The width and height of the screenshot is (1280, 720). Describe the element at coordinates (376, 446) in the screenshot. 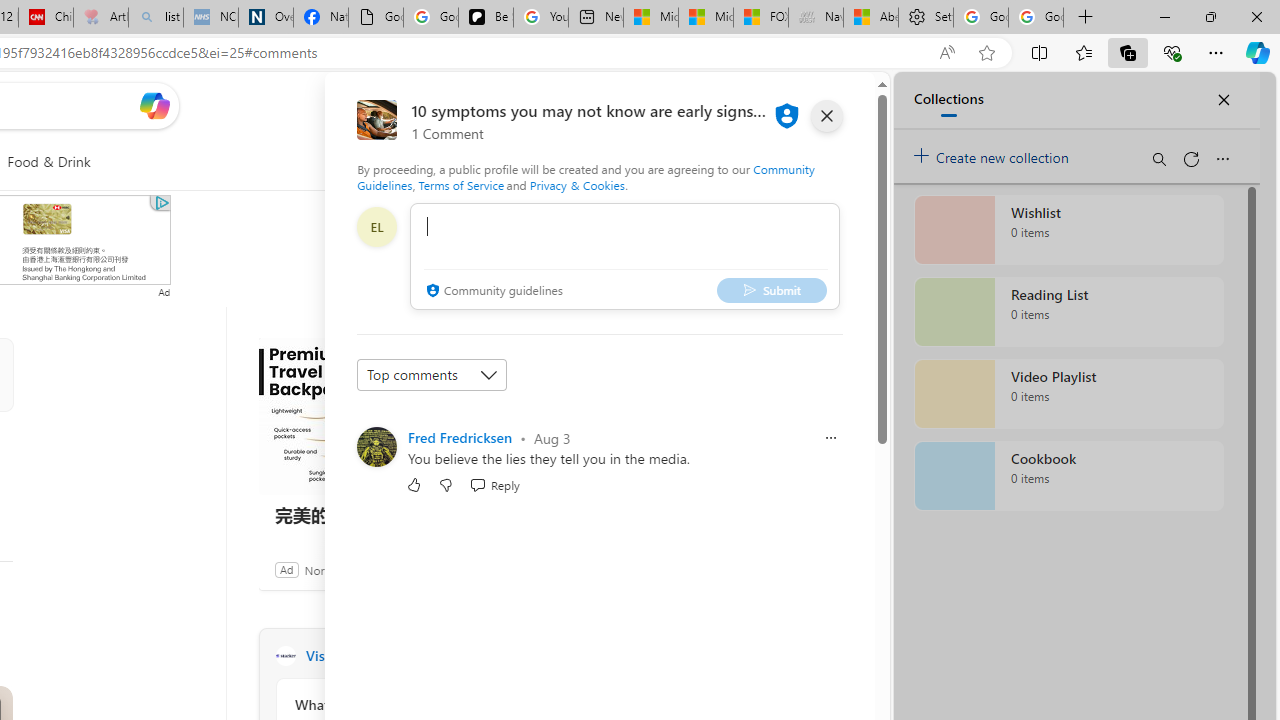

I see `'Profile Picture'` at that location.